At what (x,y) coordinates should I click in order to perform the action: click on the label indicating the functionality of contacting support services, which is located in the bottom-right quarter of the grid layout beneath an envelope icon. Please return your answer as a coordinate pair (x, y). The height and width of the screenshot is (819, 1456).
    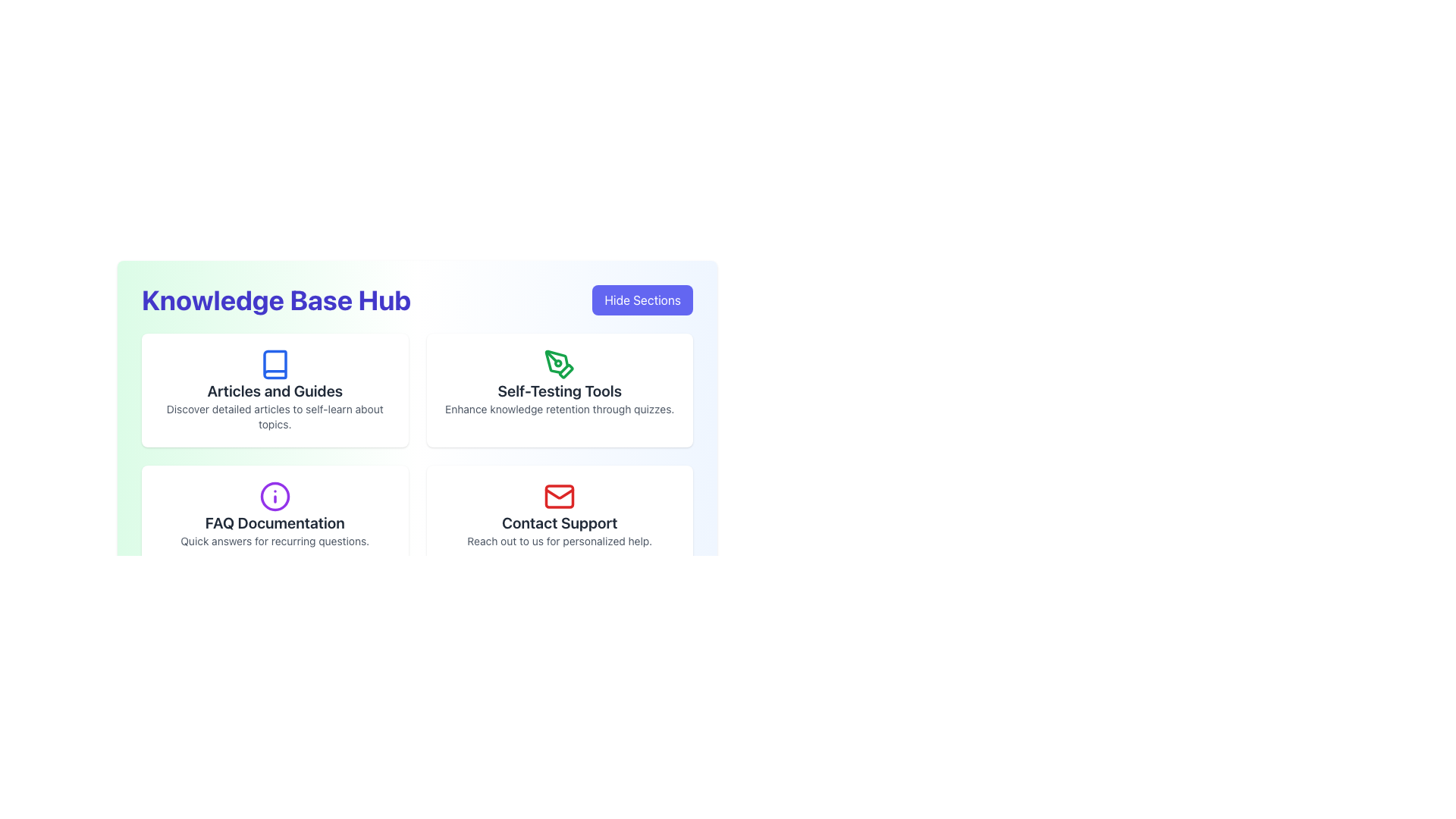
    Looking at the image, I should click on (559, 522).